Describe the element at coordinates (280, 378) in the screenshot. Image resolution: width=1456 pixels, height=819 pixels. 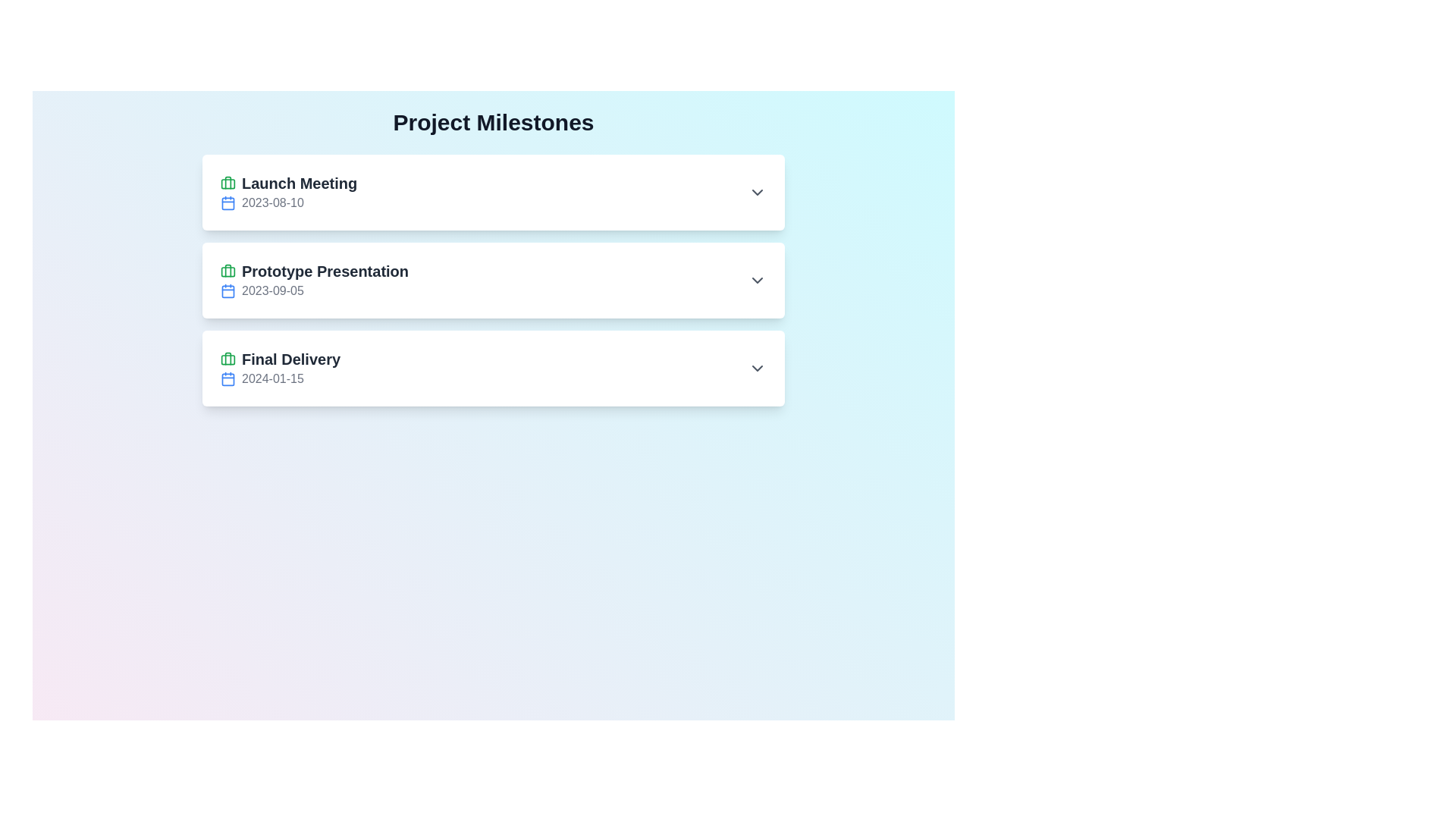
I see `the text label displaying the date '2024-01-15' that is part of the 'Final Delivery' milestone group, located to the right of the blue calendar icon` at that location.